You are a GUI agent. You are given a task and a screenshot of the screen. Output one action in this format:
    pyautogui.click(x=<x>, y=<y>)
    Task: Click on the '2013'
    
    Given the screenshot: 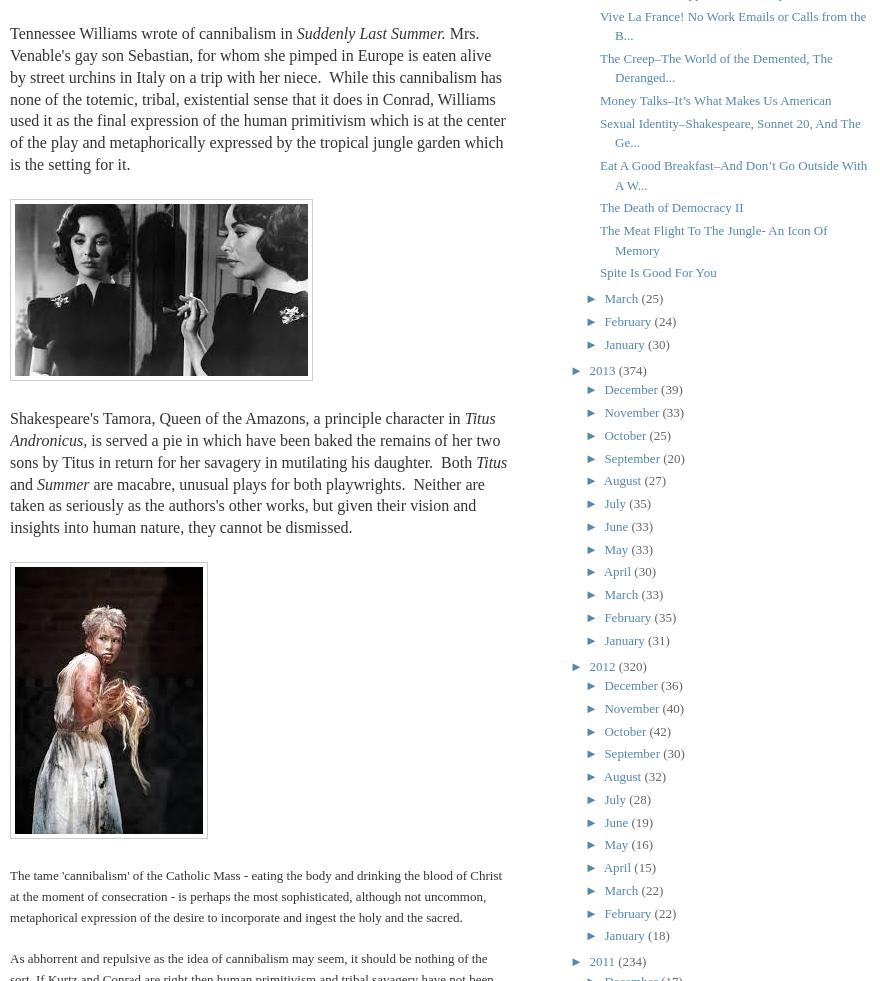 What is the action you would take?
    pyautogui.click(x=587, y=368)
    